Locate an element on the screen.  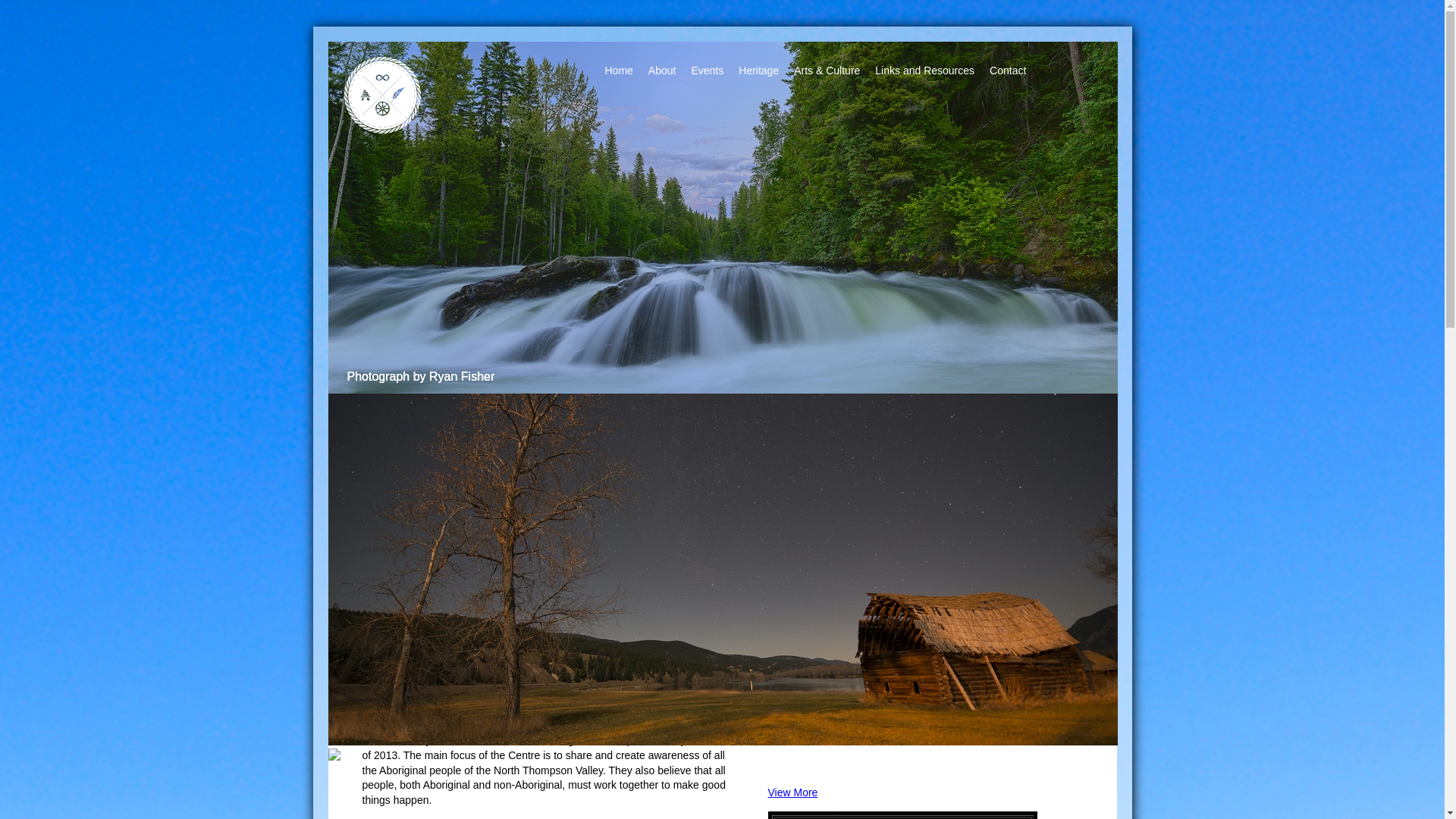
'Contact' is located at coordinates (1008, 71).